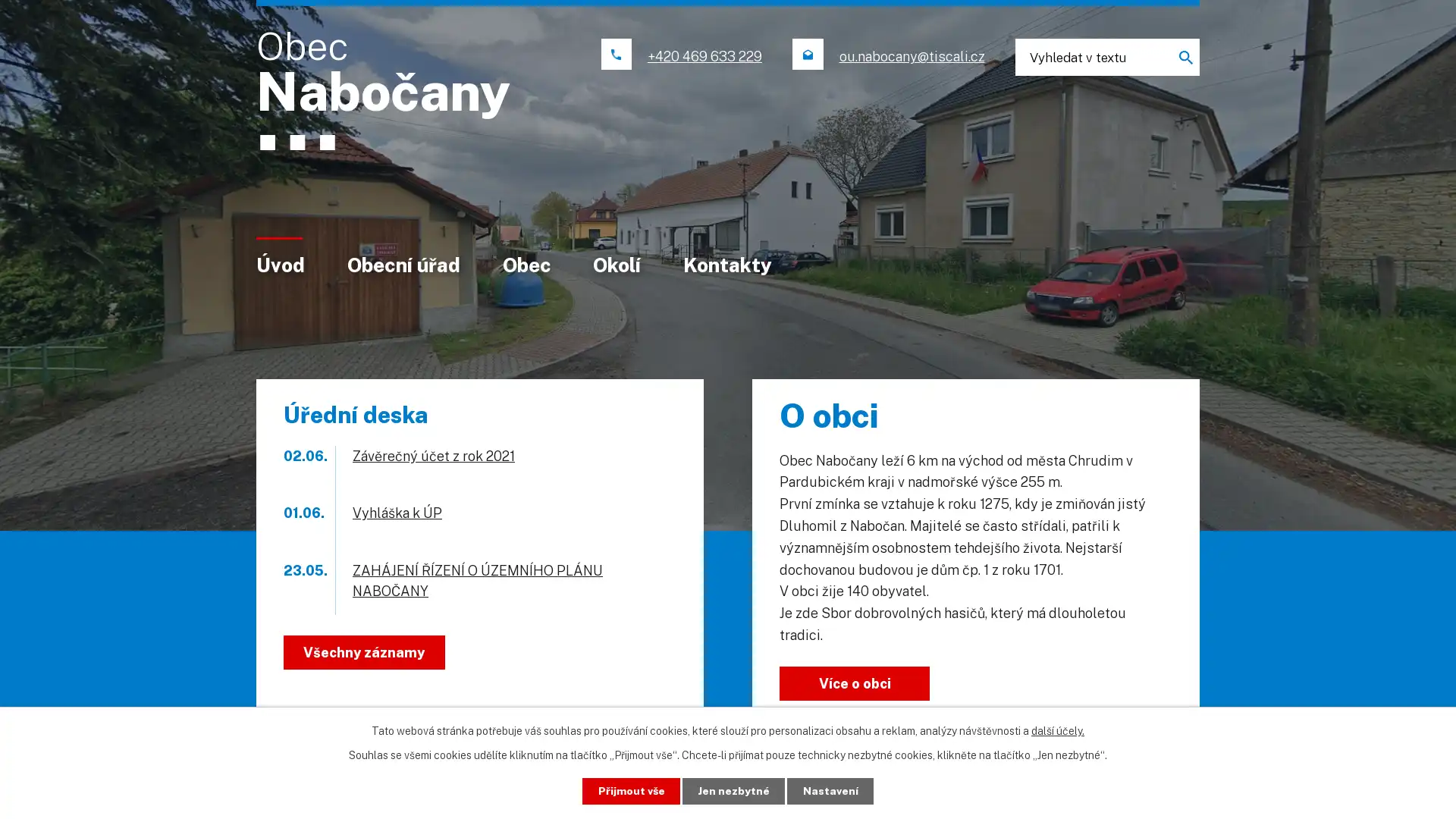 This screenshot has height=819, width=1456. I want to click on Hledat, so click(1178, 56).